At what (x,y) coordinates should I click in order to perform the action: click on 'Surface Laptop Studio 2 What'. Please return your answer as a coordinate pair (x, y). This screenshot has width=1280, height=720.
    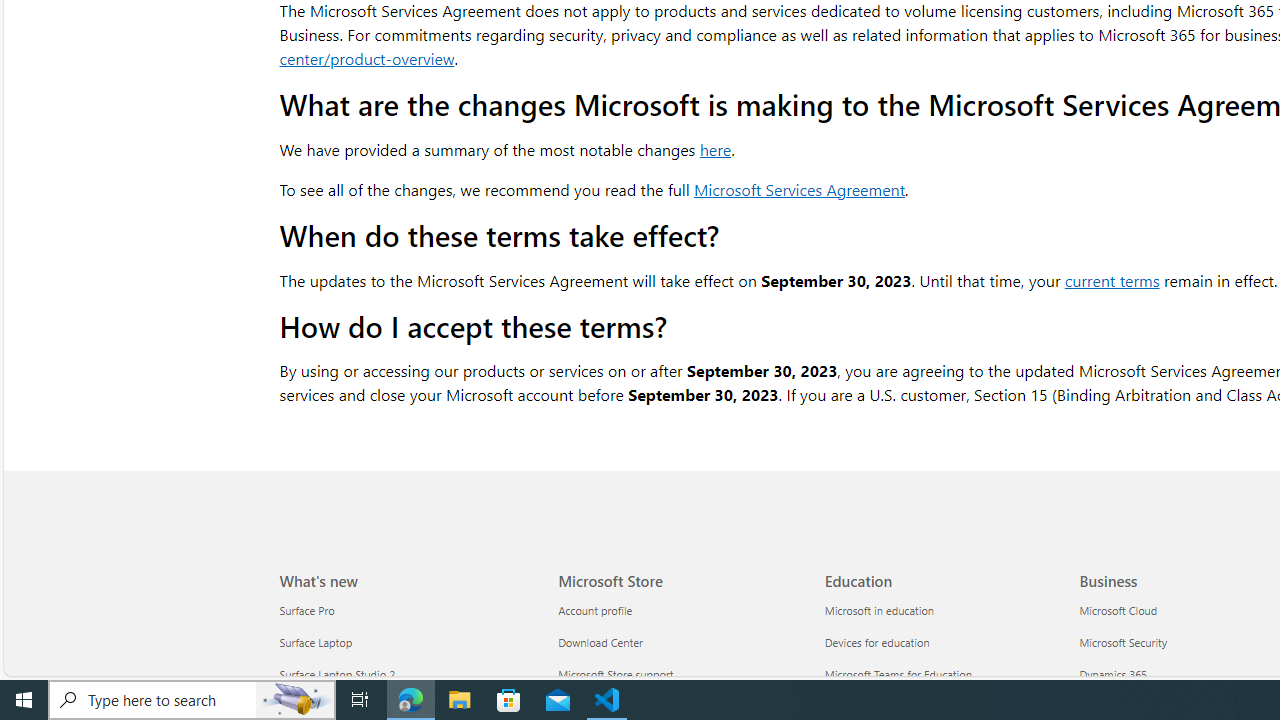
    Looking at the image, I should click on (337, 675).